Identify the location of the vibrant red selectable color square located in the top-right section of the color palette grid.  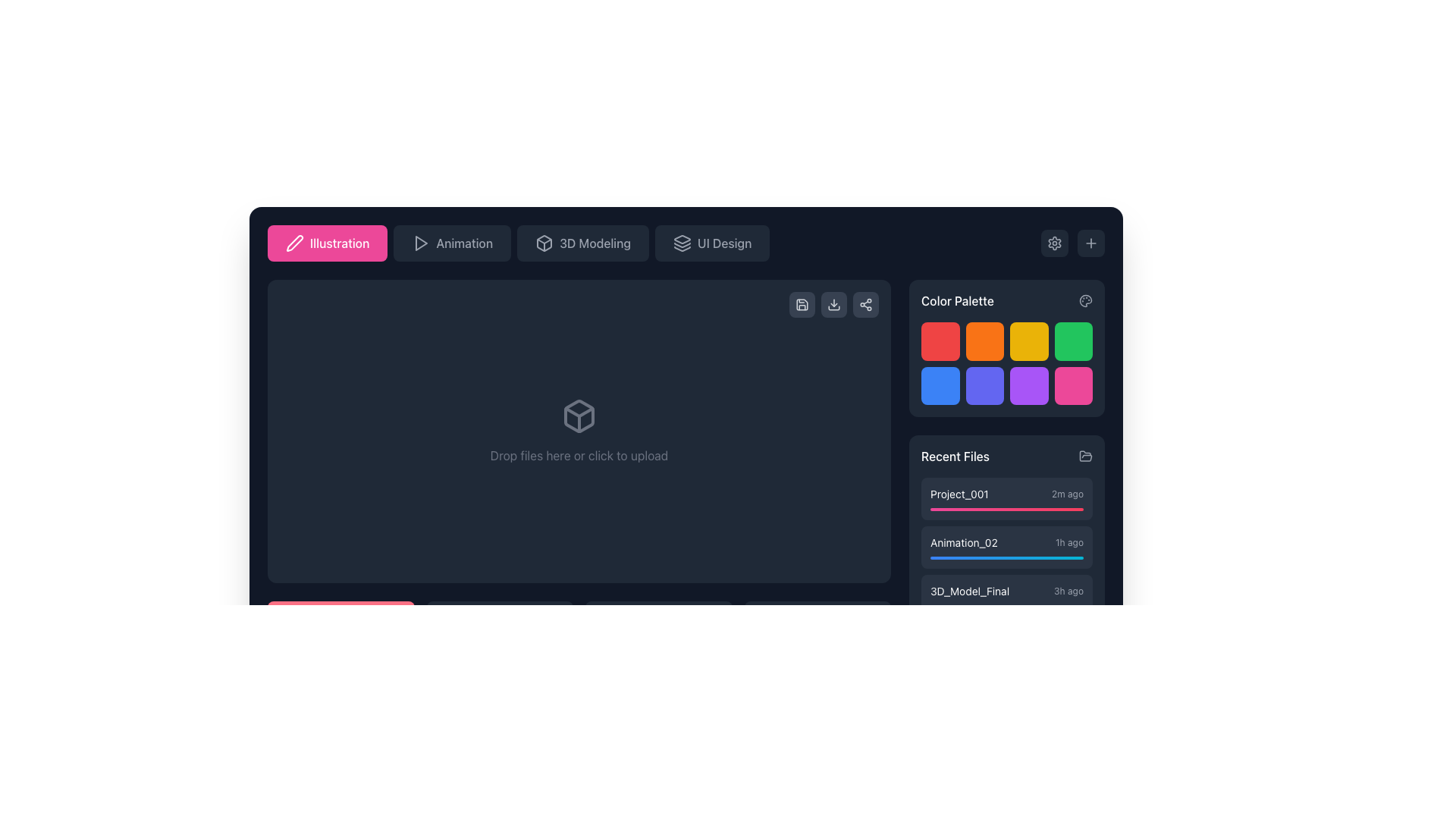
(939, 341).